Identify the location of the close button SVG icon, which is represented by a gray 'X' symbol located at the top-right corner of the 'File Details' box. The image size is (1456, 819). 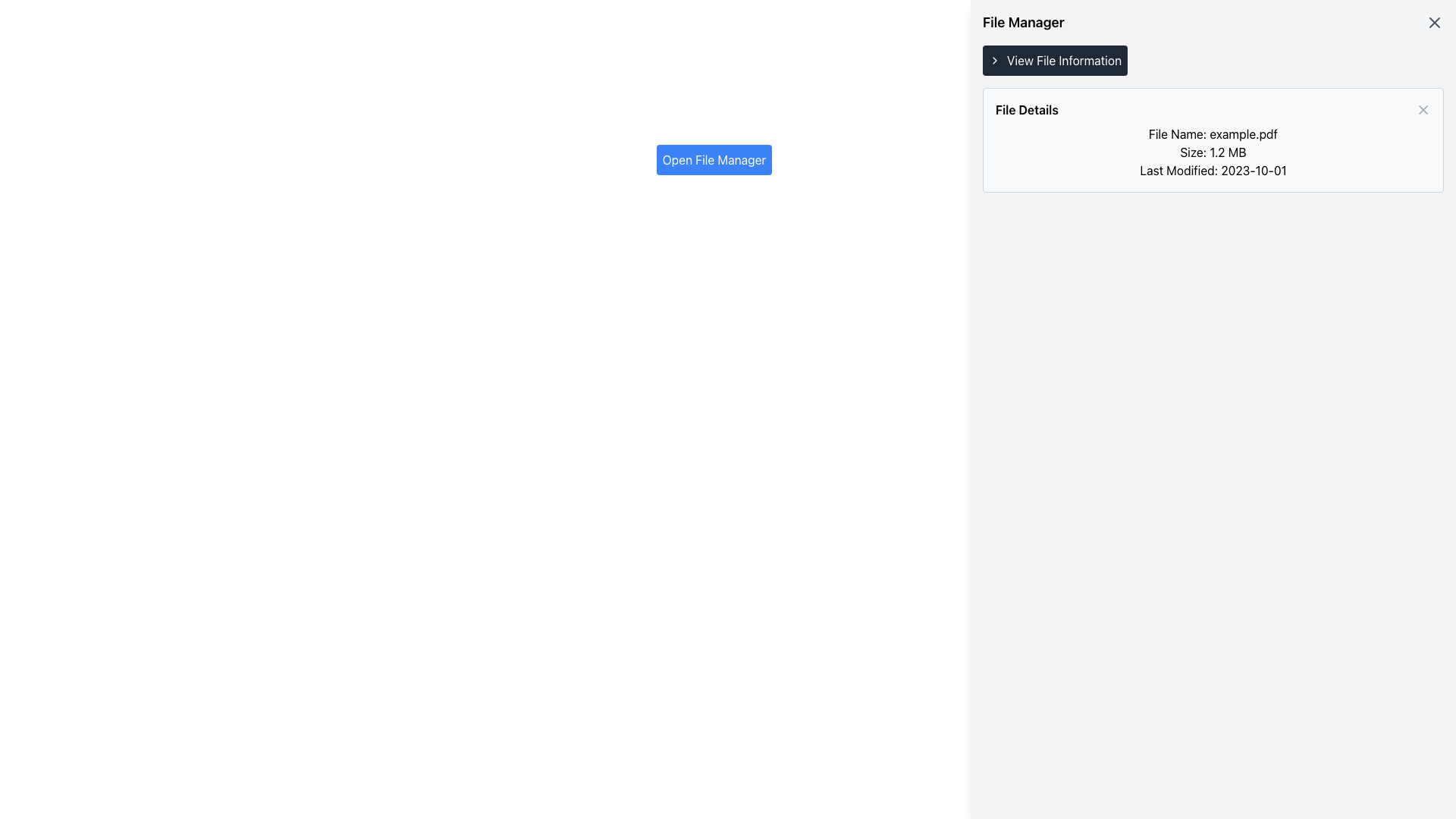
(1422, 109).